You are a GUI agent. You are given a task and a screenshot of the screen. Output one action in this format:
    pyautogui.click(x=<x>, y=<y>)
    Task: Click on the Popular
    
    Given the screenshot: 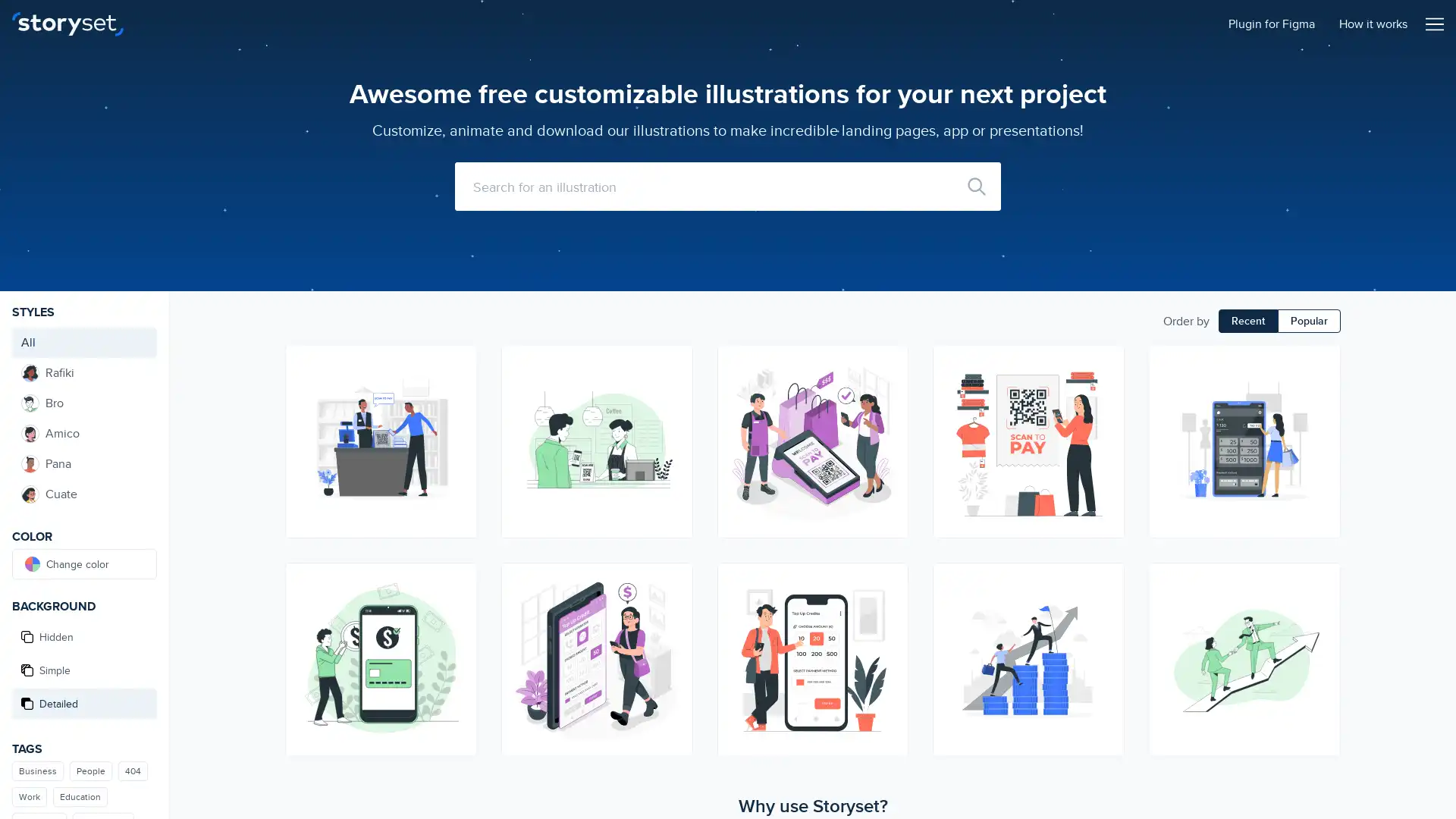 What is the action you would take?
    pyautogui.click(x=1308, y=320)
    